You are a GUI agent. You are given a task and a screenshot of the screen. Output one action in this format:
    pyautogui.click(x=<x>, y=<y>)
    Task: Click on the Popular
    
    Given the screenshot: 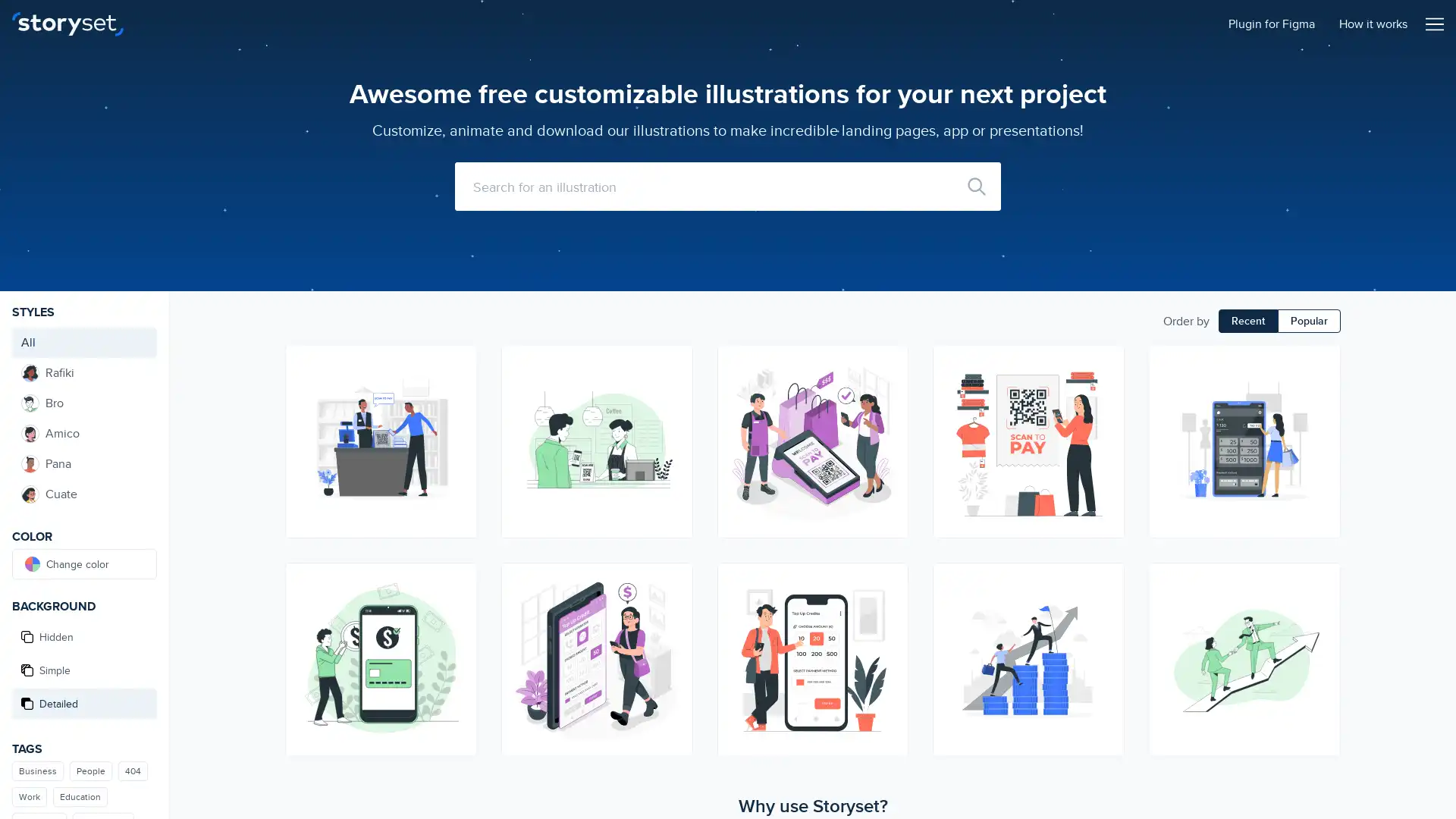 What is the action you would take?
    pyautogui.click(x=1308, y=320)
    